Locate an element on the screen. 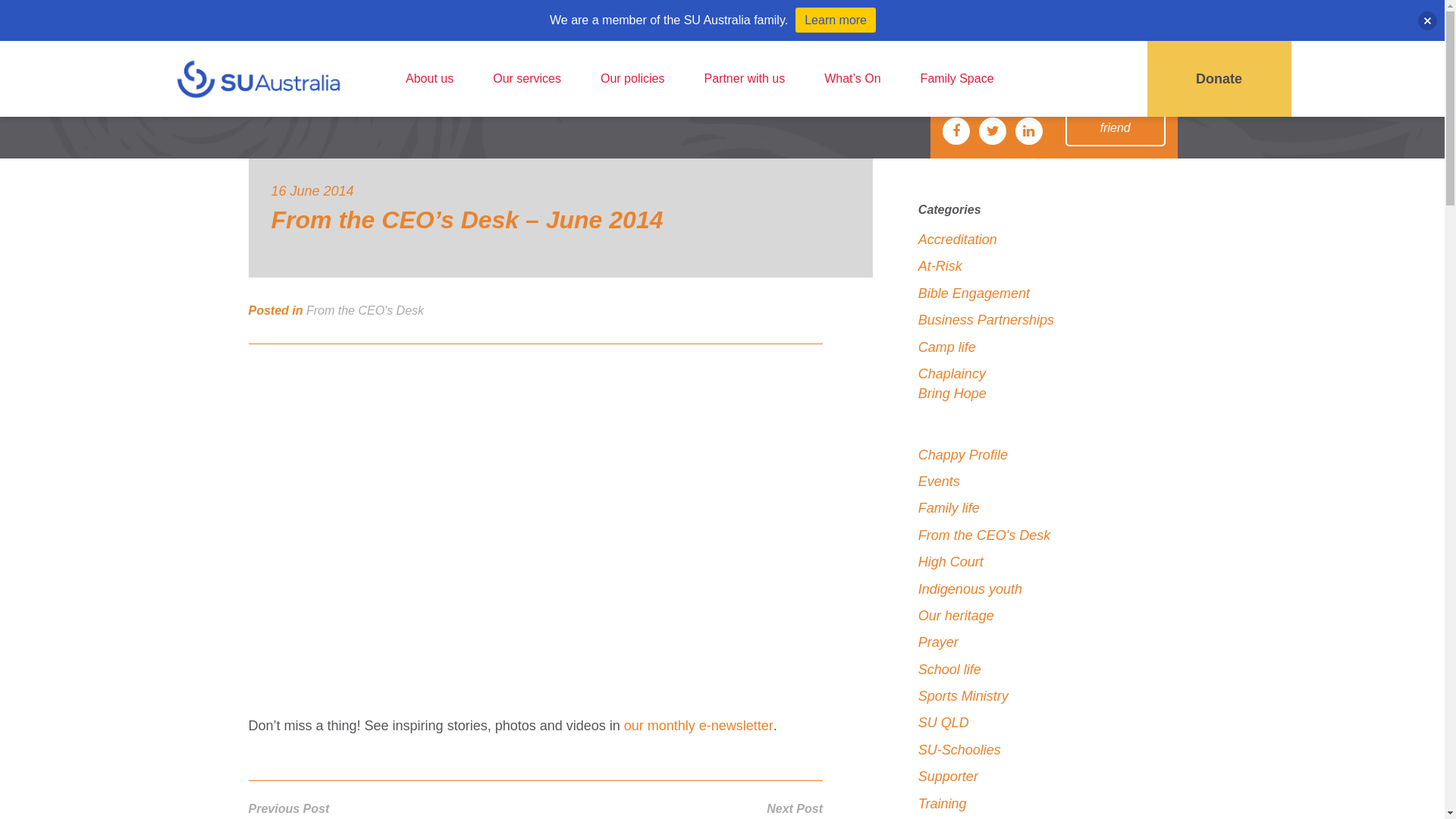  'Indigenous youth' is located at coordinates (969, 588).